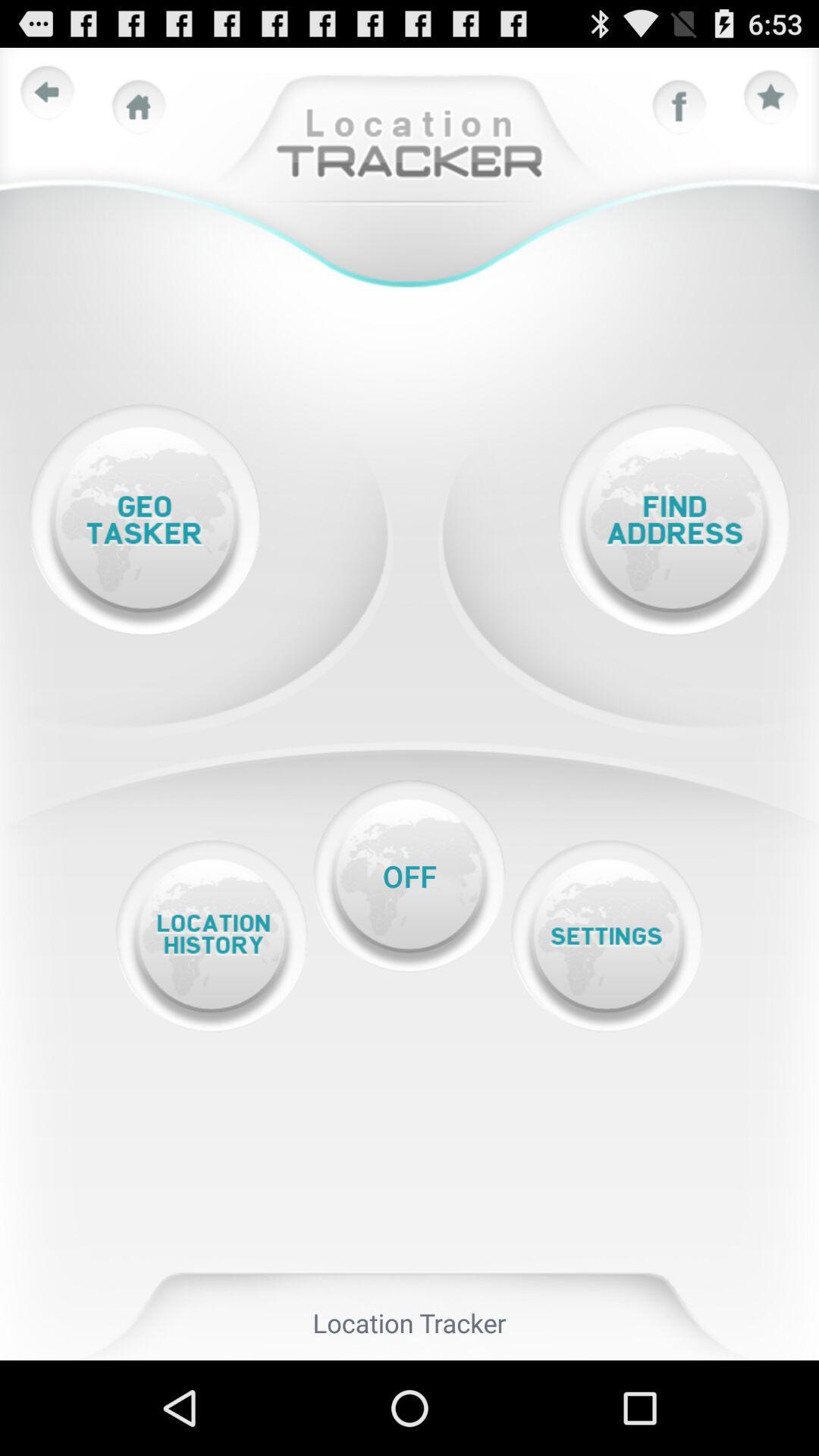  Describe the element at coordinates (139, 106) in the screenshot. I see `home icon` at that location.